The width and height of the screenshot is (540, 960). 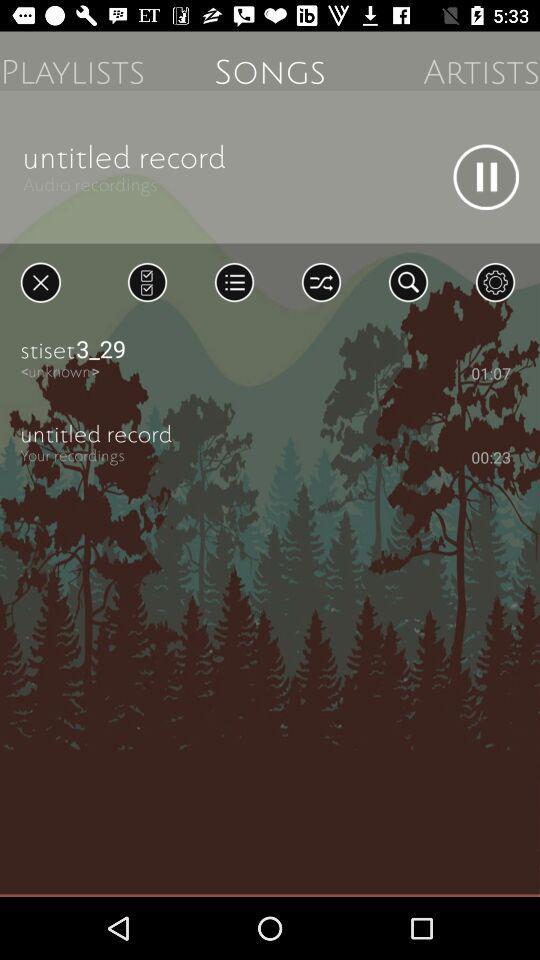 What do you see at coordinates (233, 281) in the screenshot?
I see `the list icon` at bounding box center [233, 281].